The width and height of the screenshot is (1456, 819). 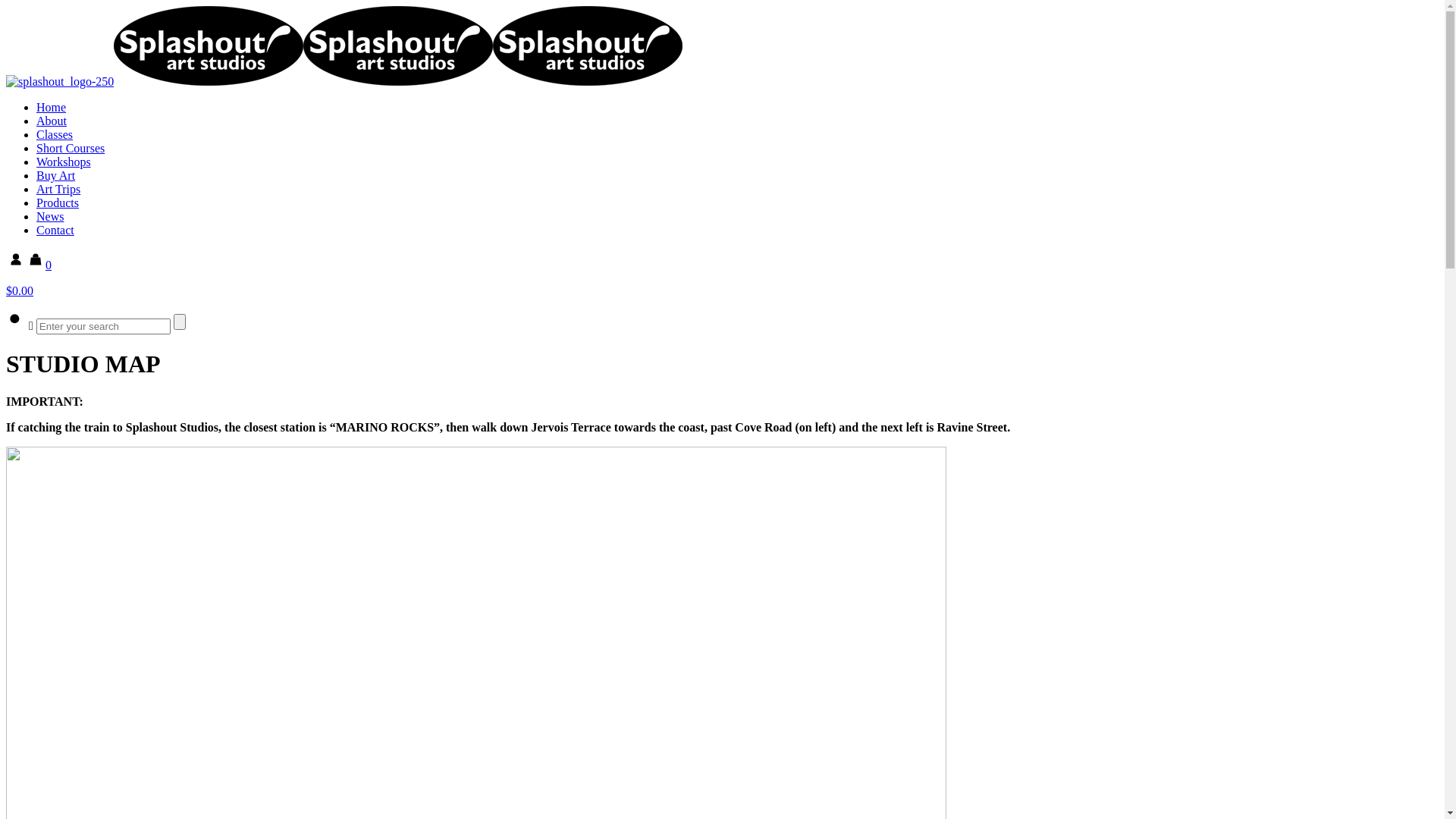 What do you see at coordinates (62, 162) in the screenshot?
I see `'Workshops'` at bounding box center [62, 162].